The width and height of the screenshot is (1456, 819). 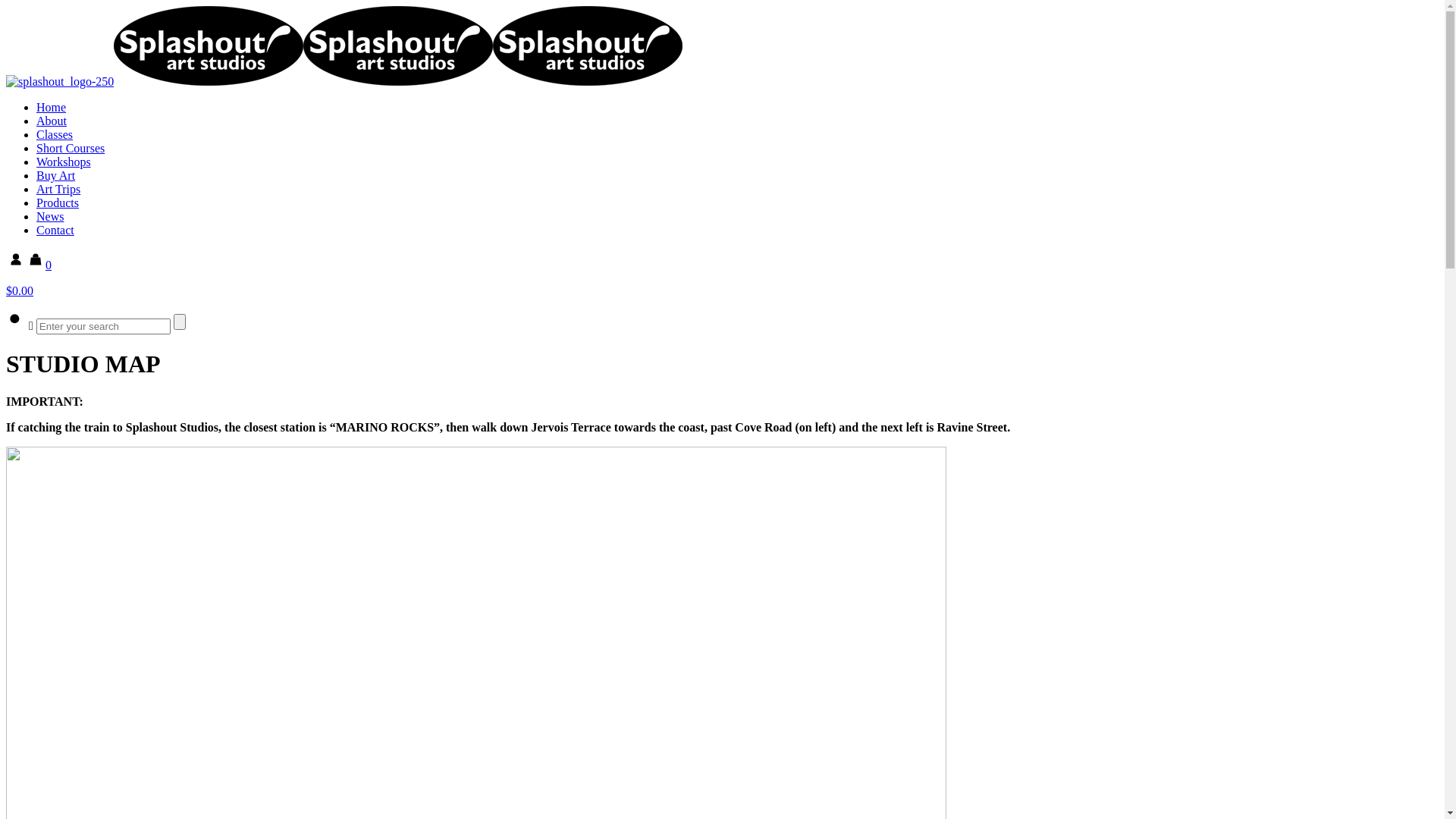 What do you see at coordinates (62, 162) in the screenshot?
I see `'Workshops'` at bounding box center [62, 162].